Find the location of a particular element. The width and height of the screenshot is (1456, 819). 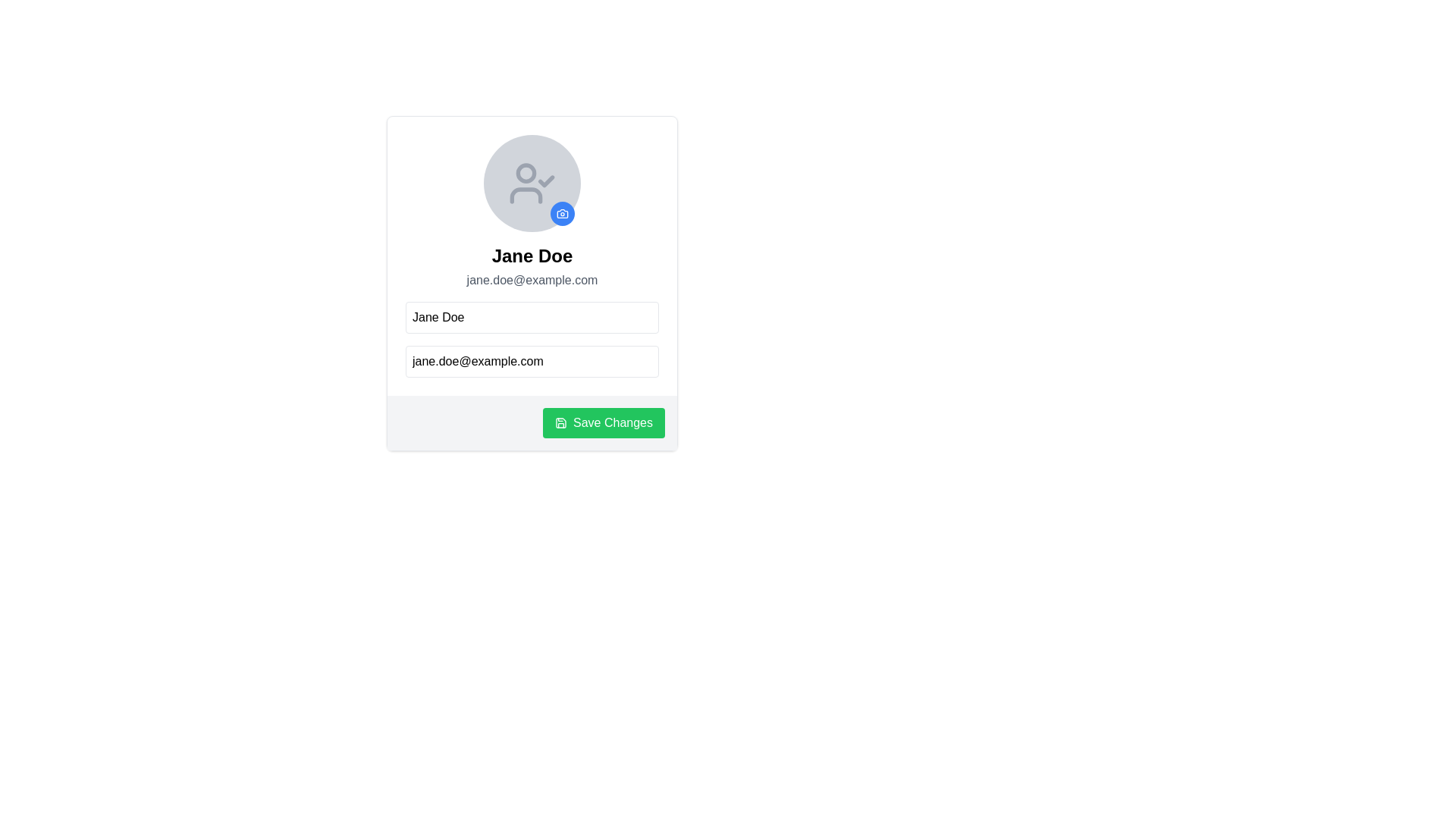

the floppy disk icon located within the 'Save Changes' button at the bottom of the user profile card section is located at coordinates (560, 423).